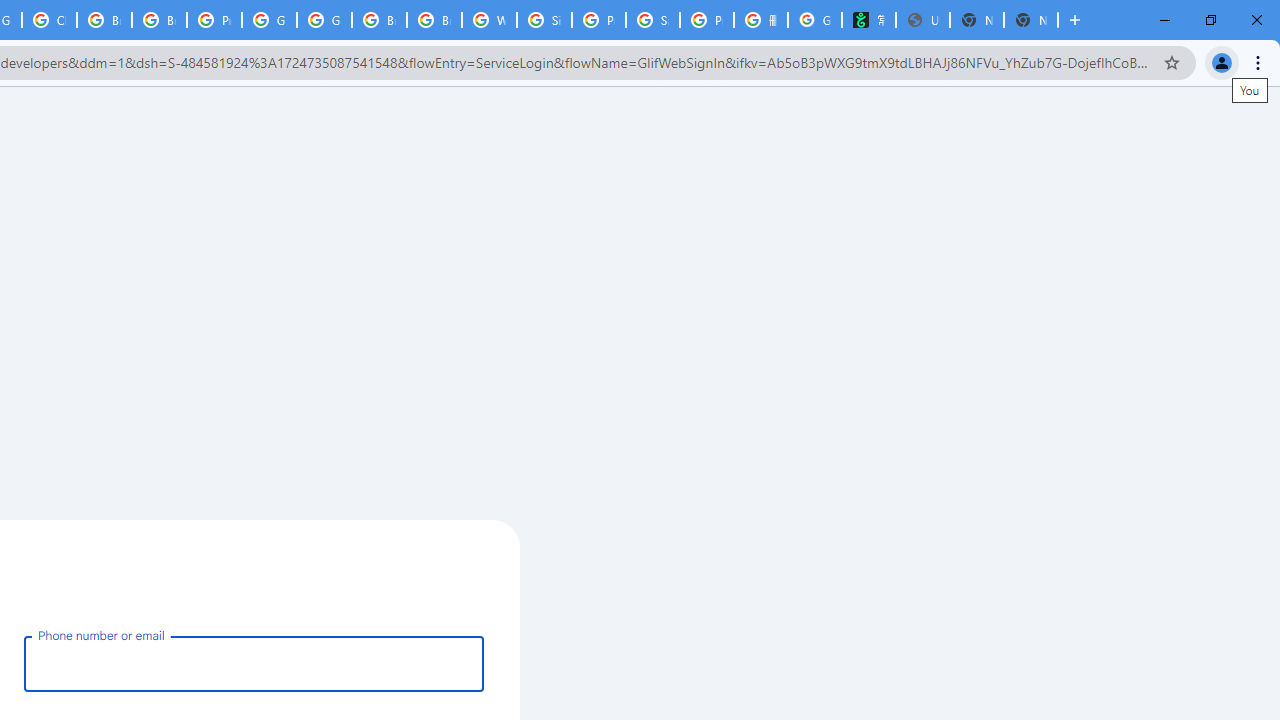  What do you see at coordinates (253, 663) in the screenshot?
I see `'Phone number or email'` at bounding box center [253, 663].